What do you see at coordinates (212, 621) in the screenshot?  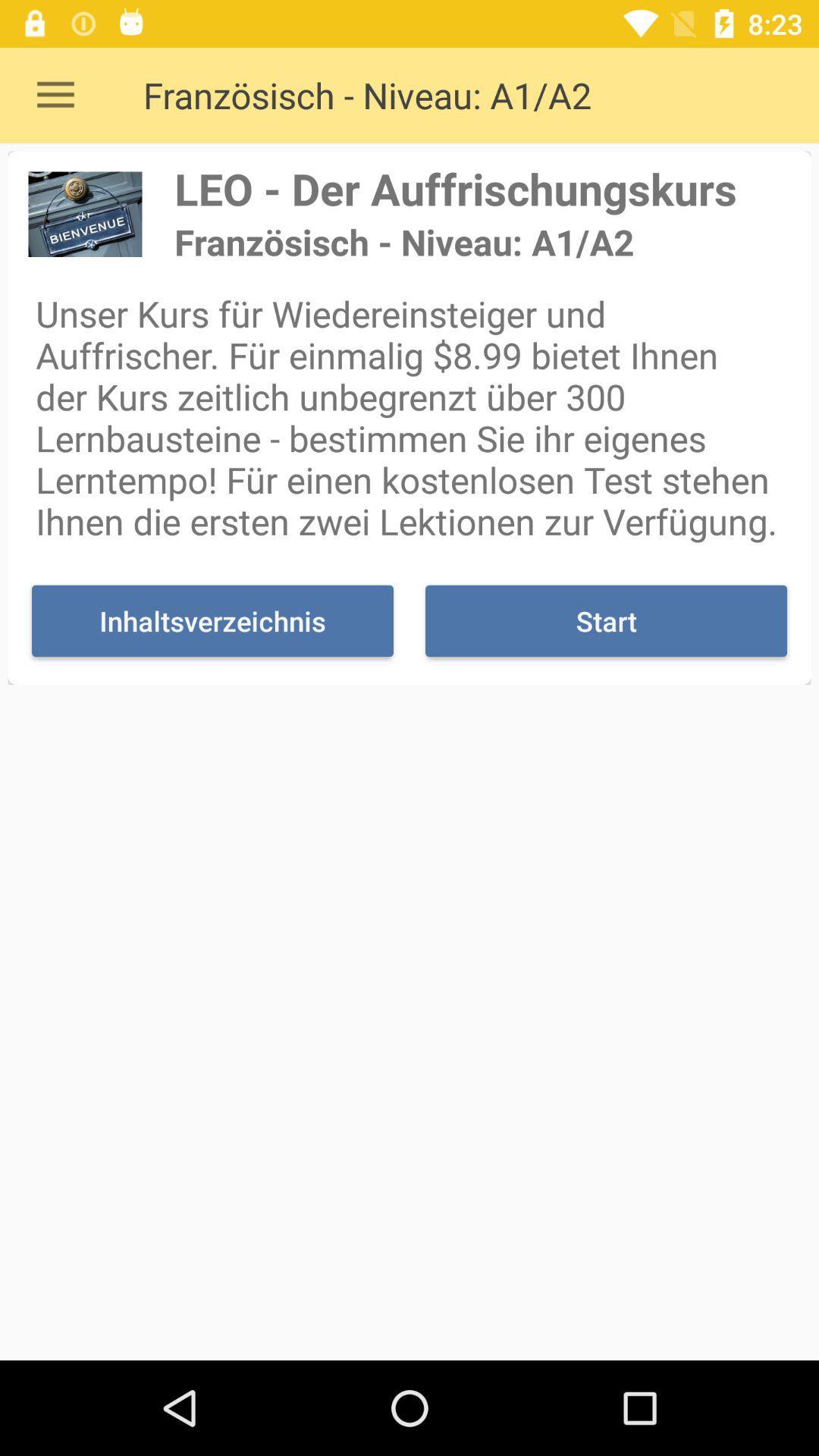 I see `the item next to the start item` at bounding box center [212, 621].